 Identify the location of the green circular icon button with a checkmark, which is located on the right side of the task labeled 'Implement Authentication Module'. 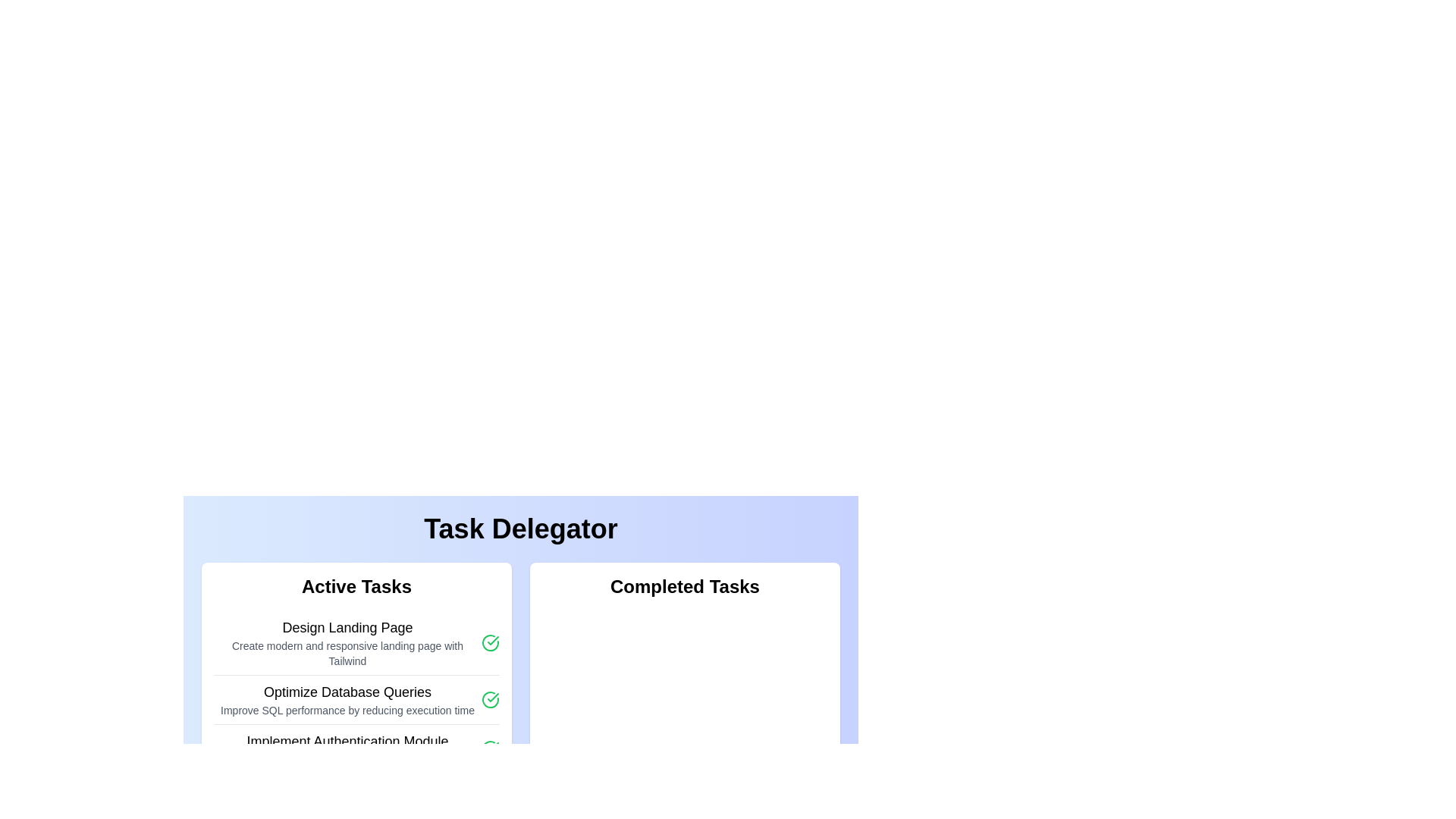
(491, 748).